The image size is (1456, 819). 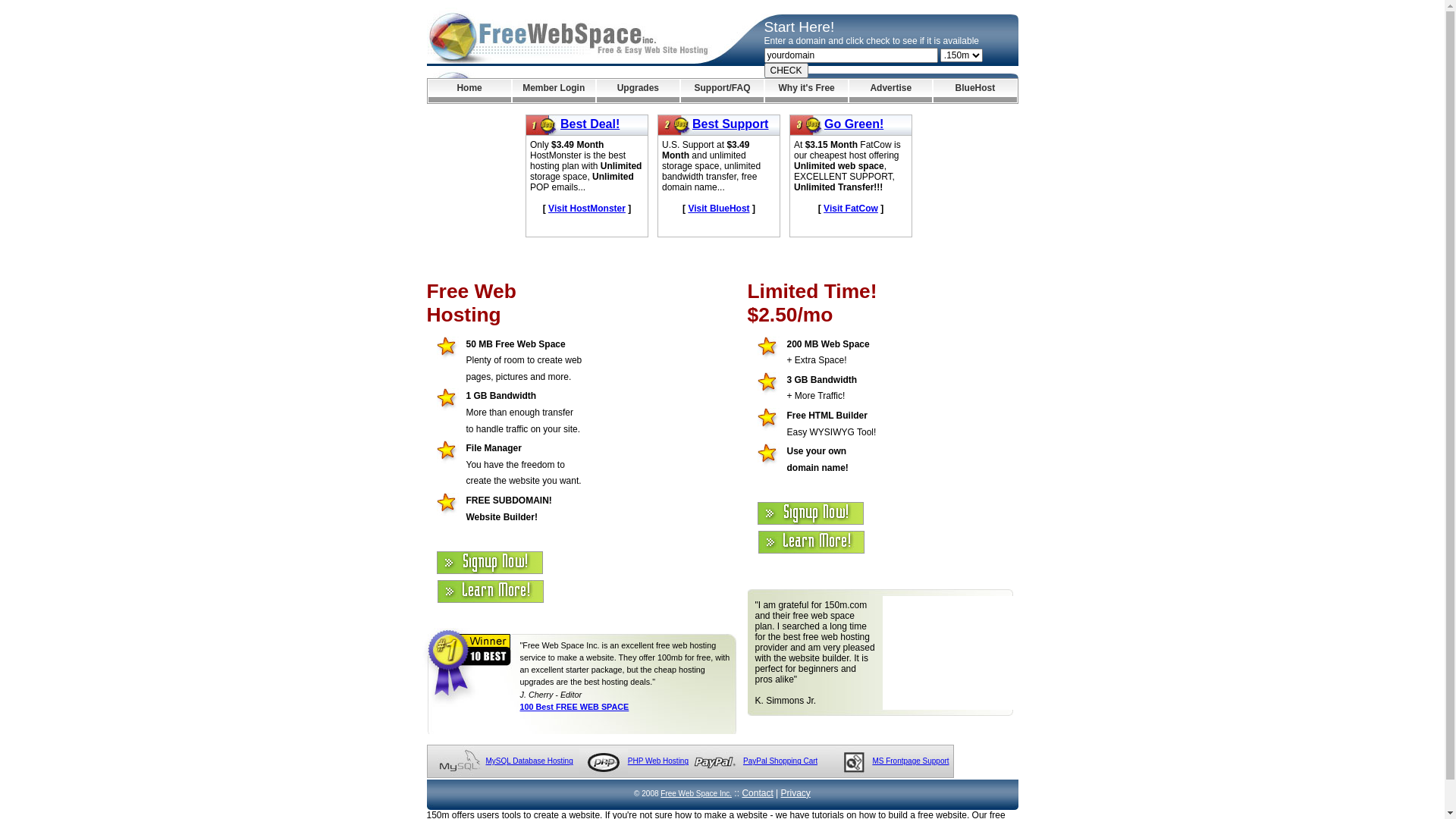 What do you see at coordinates (628, 761) in the screenshot?
I see `'PHP Web Hosting'` at bounding box center [628, 761].